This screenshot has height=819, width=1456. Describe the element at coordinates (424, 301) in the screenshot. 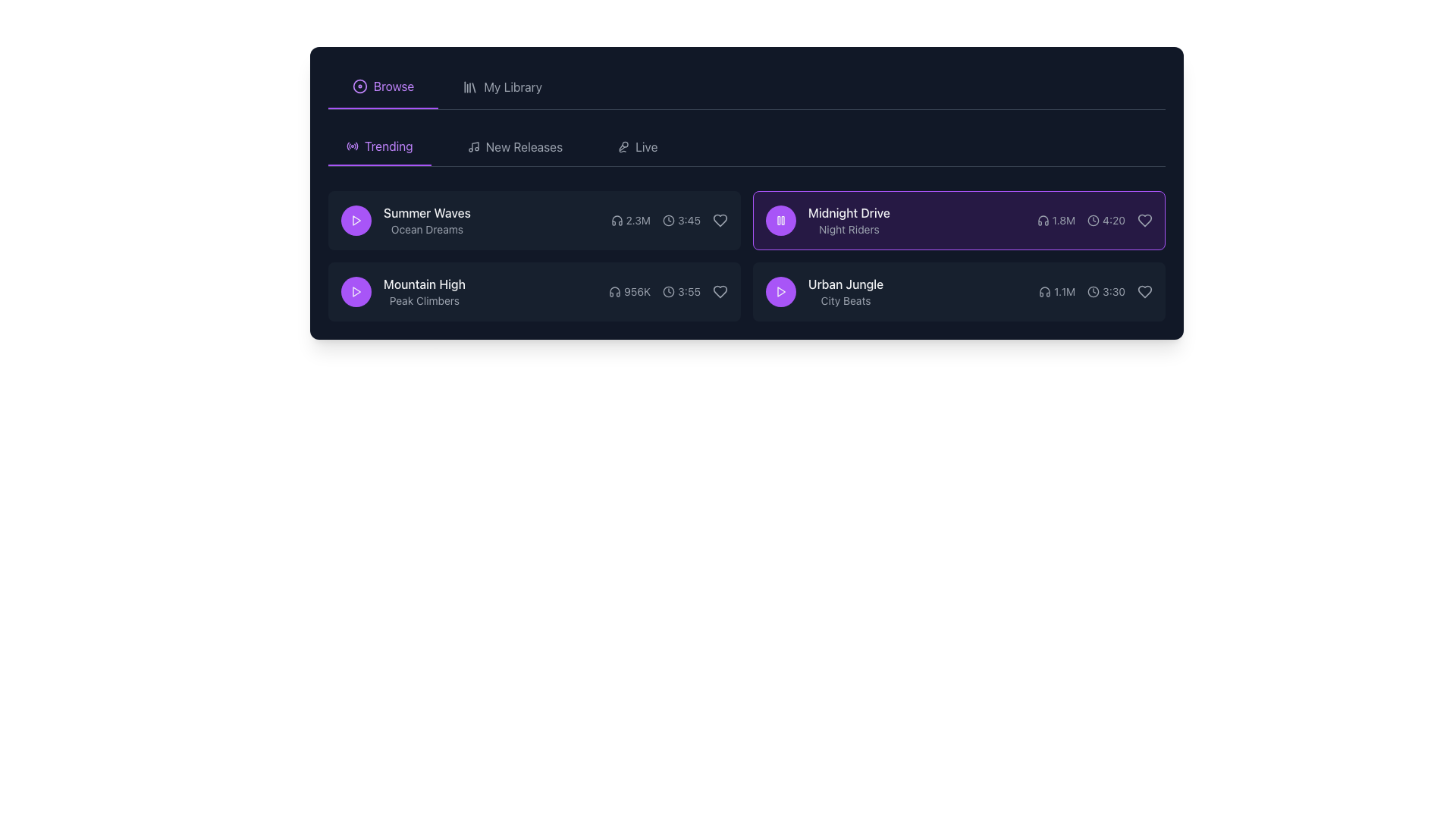

I see `descriptive text label located below the 'Mountain High' title in the 'Trending' section of the music entries list` at that location.